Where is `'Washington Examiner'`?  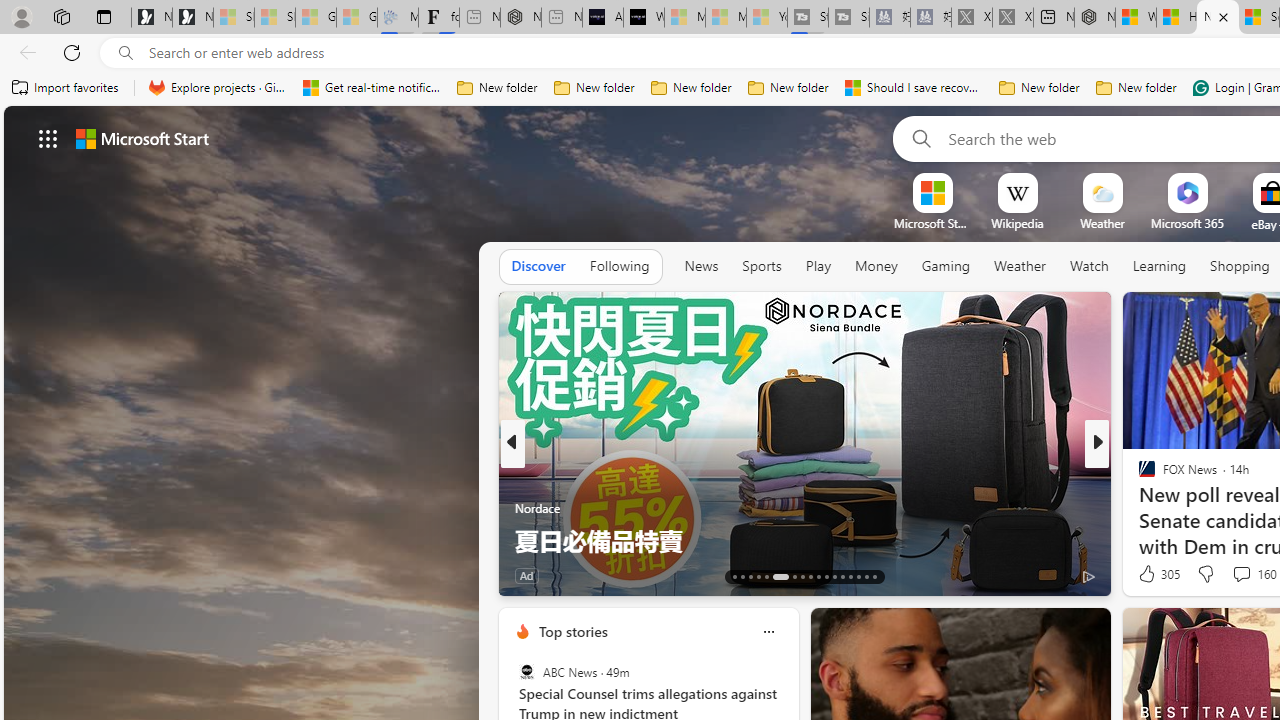
'Washington Examiner' is located at coordinates (1138, 475).